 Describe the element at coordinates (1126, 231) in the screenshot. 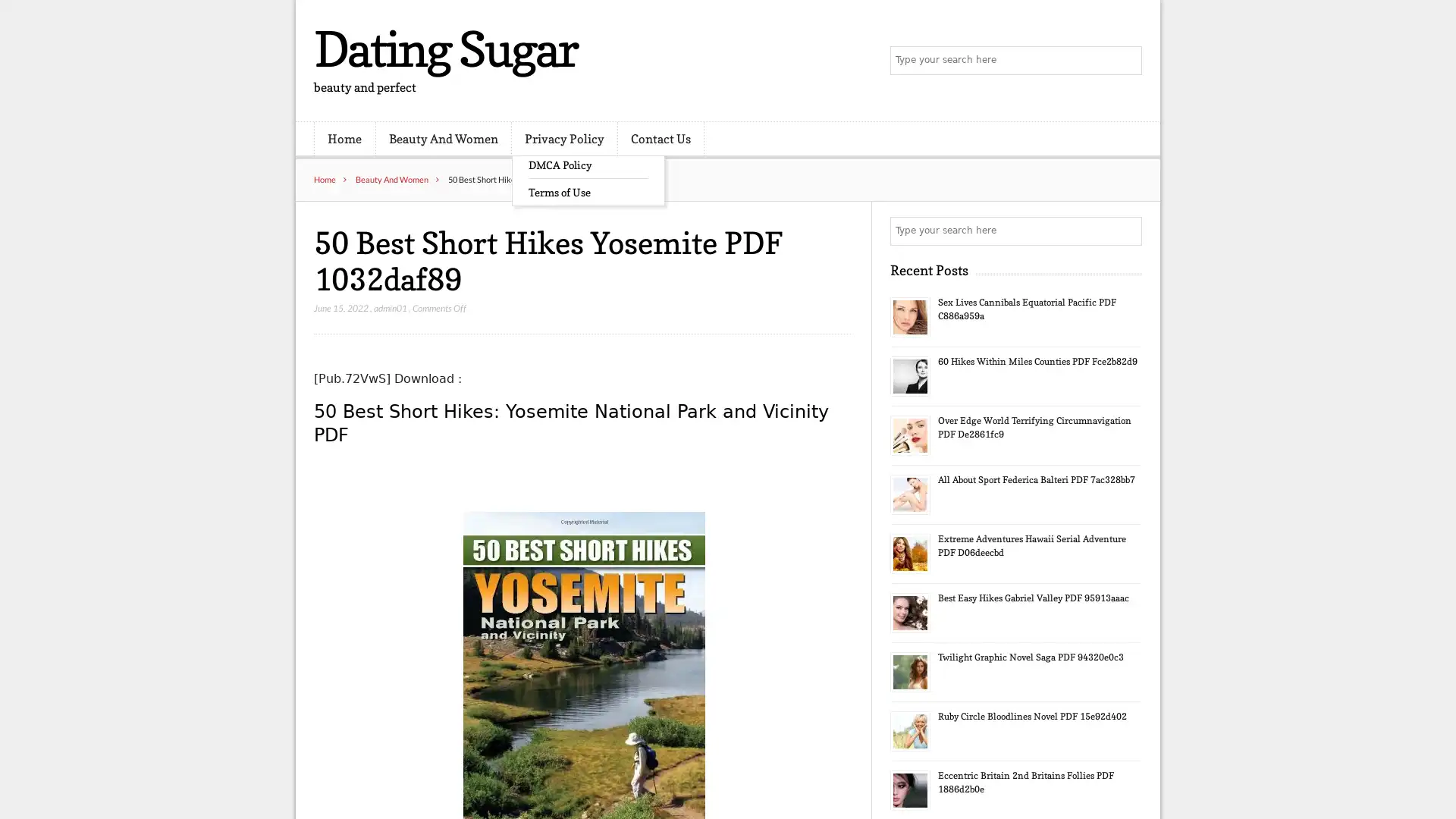

I see `Search` at that location.